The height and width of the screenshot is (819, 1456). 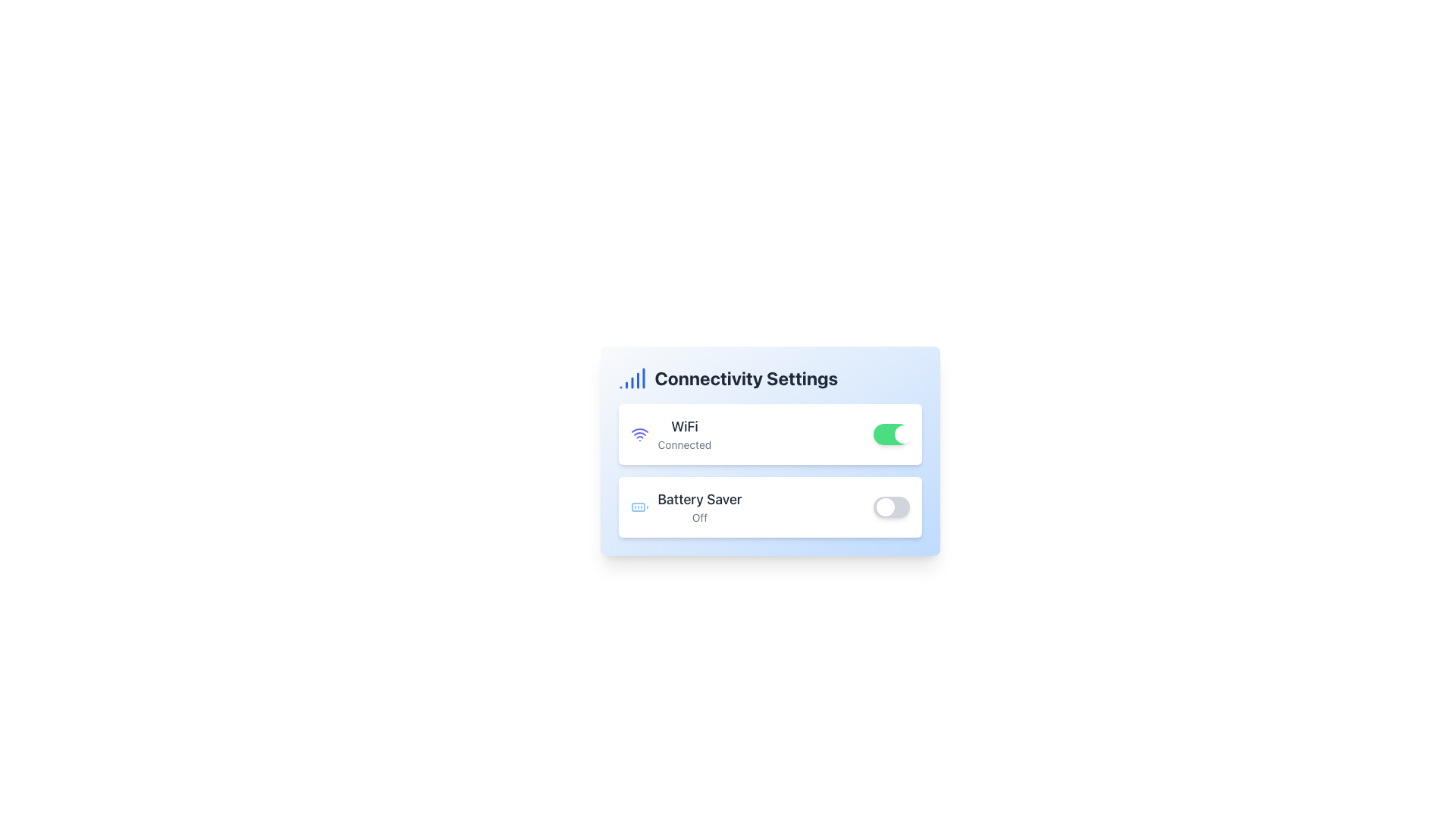 I want to click on the battery icon with a blue outline, located in the 'Battery Saver' section of the 'Connectivity Settings' card, to the left of the 'Battery Saver' text, so click(x=639, y=507).